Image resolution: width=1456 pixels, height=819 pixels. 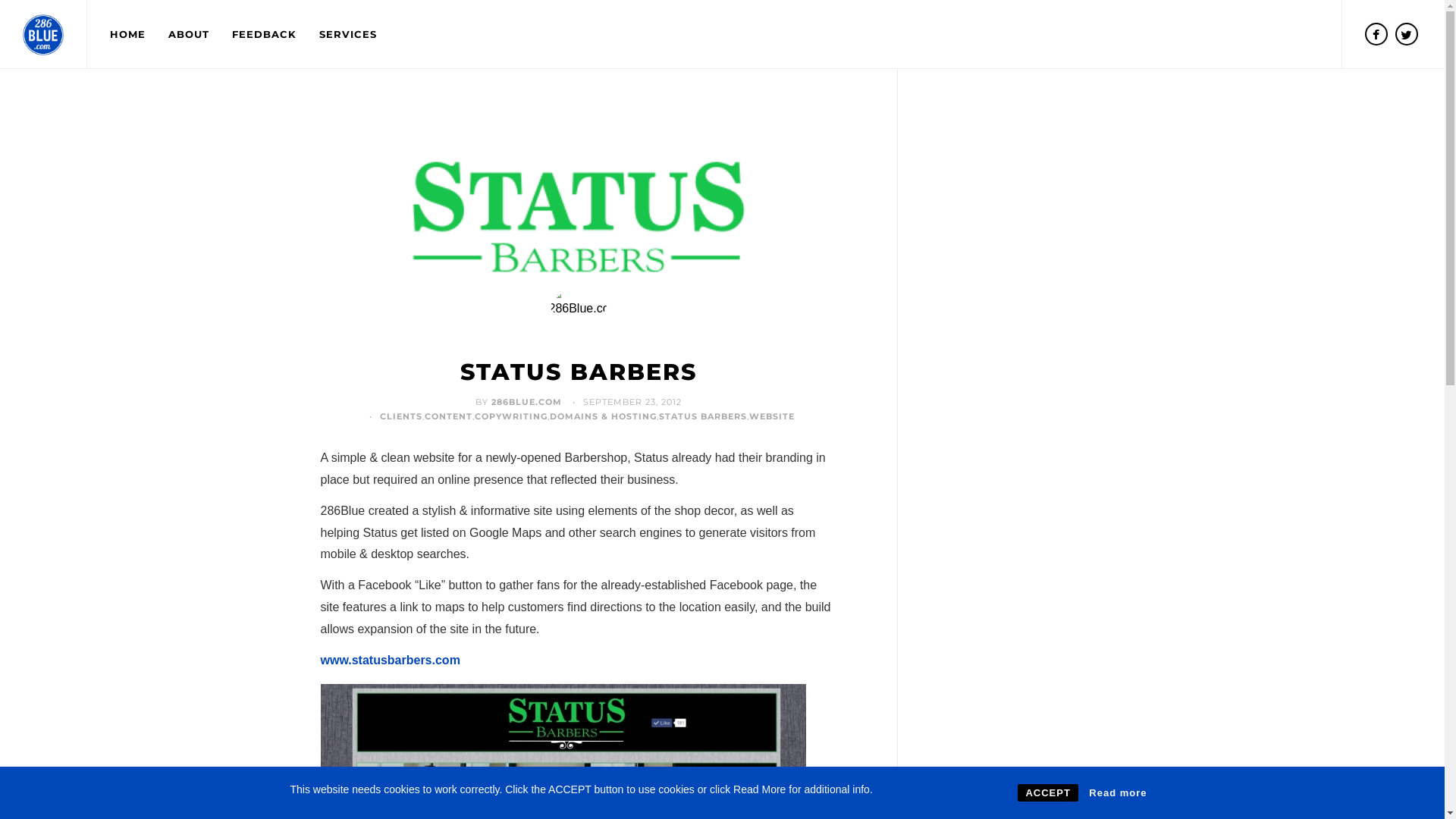 I want to click on 'Read more', so click(x=1117, y=792).